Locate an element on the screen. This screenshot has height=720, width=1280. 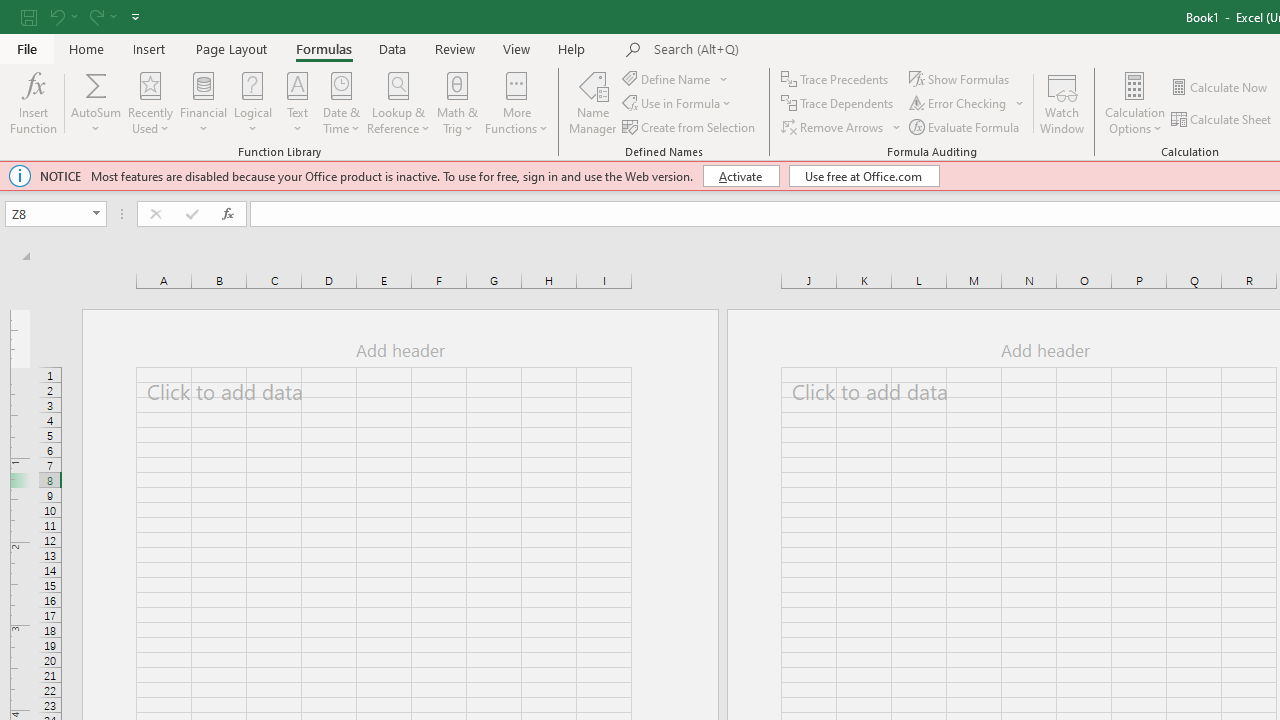
'Use in Formula' is located at coordinates (679, 103).